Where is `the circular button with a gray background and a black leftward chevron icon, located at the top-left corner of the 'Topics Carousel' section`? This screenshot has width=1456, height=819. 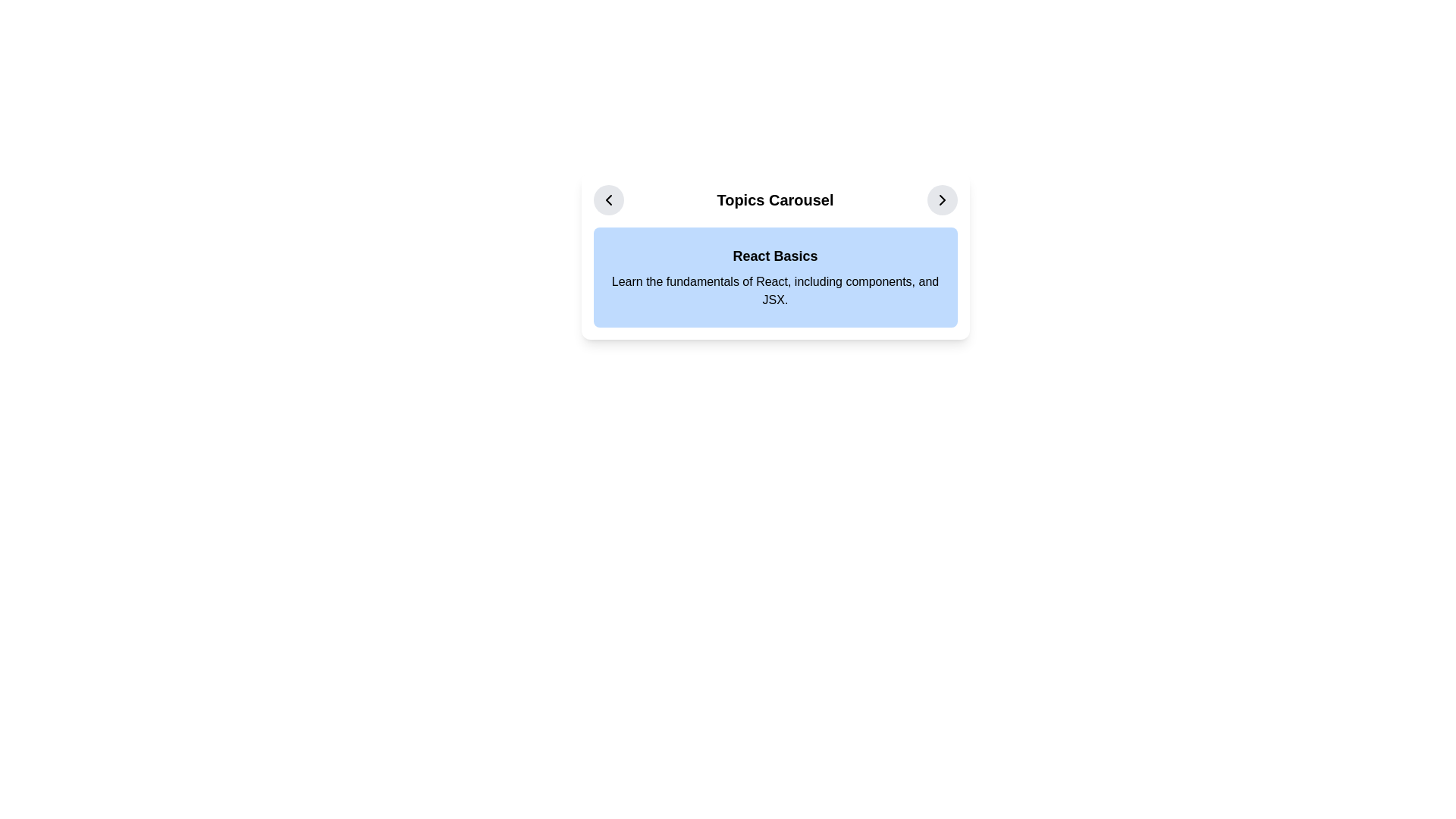 the circular button with a gray background and a black leftward chevron icon, located at the top-left corner of the 'Topics Carousel' section is located at coordinates (608, 199).